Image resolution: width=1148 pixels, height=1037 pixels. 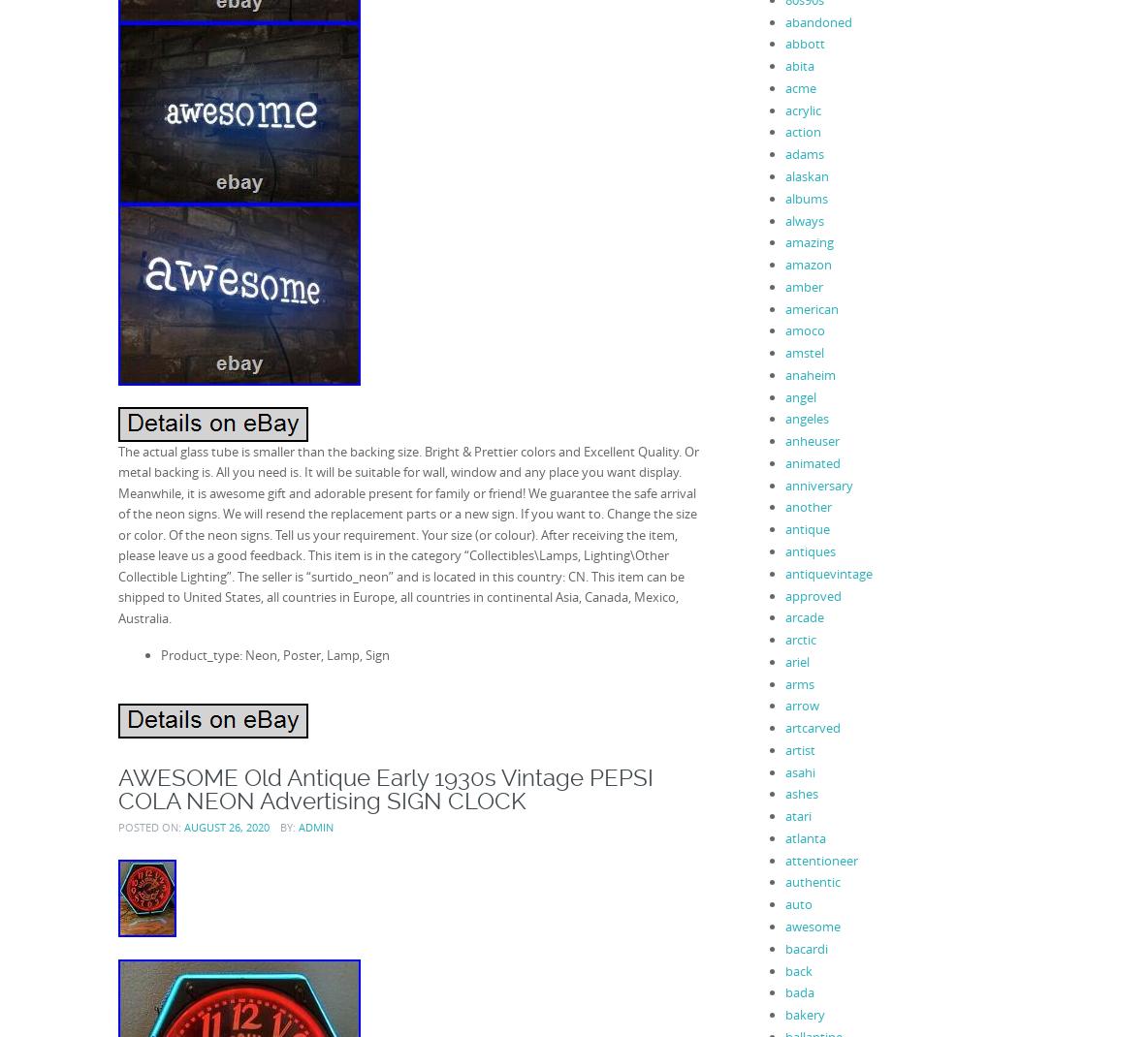 What do you see at coordinates (800, 85) in the screenshot?
I see `'acme'` at bounding box center [800, 85].